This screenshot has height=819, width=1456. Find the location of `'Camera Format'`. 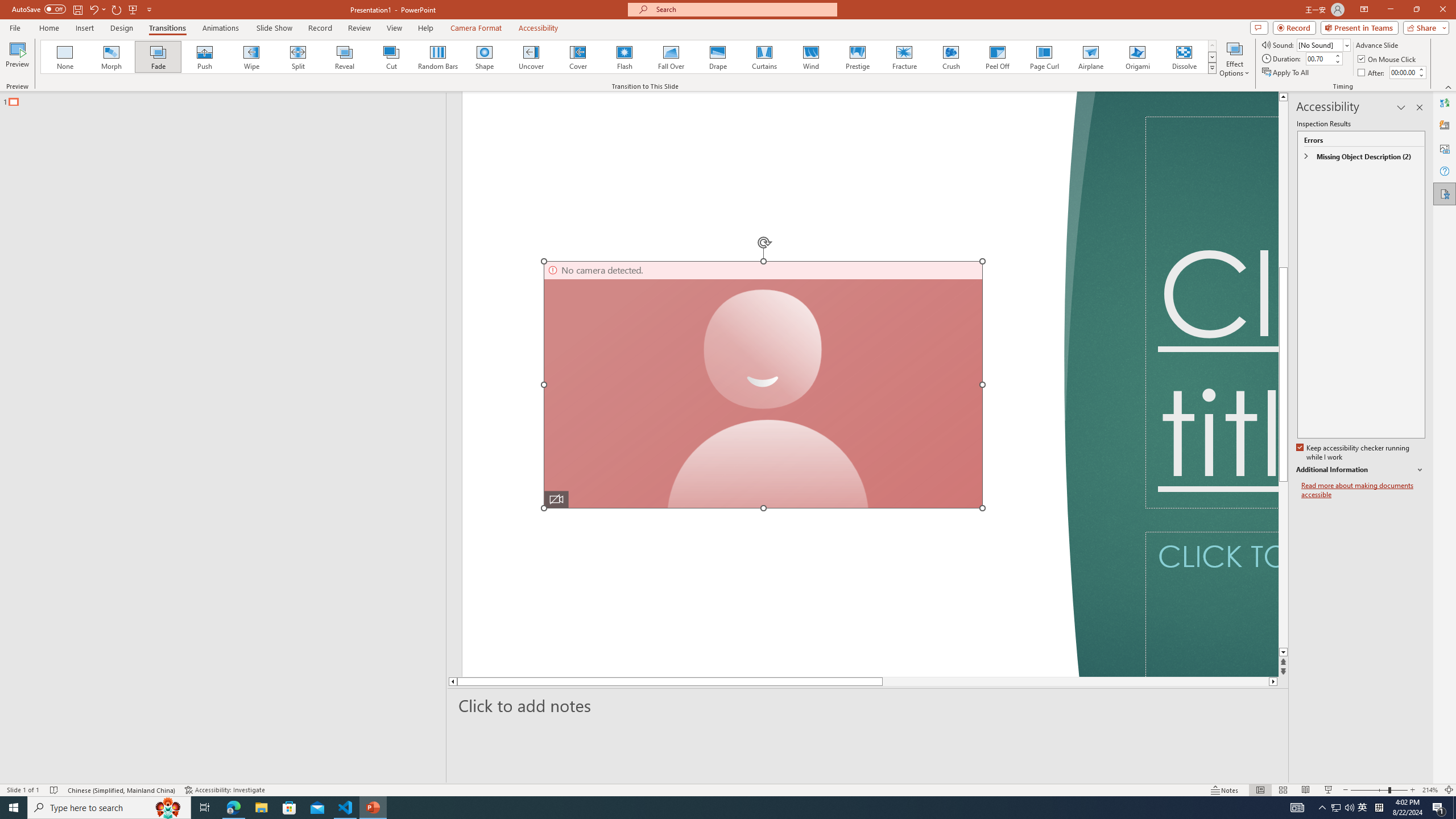

'Camera Format' is located at coordinates (475, 28).